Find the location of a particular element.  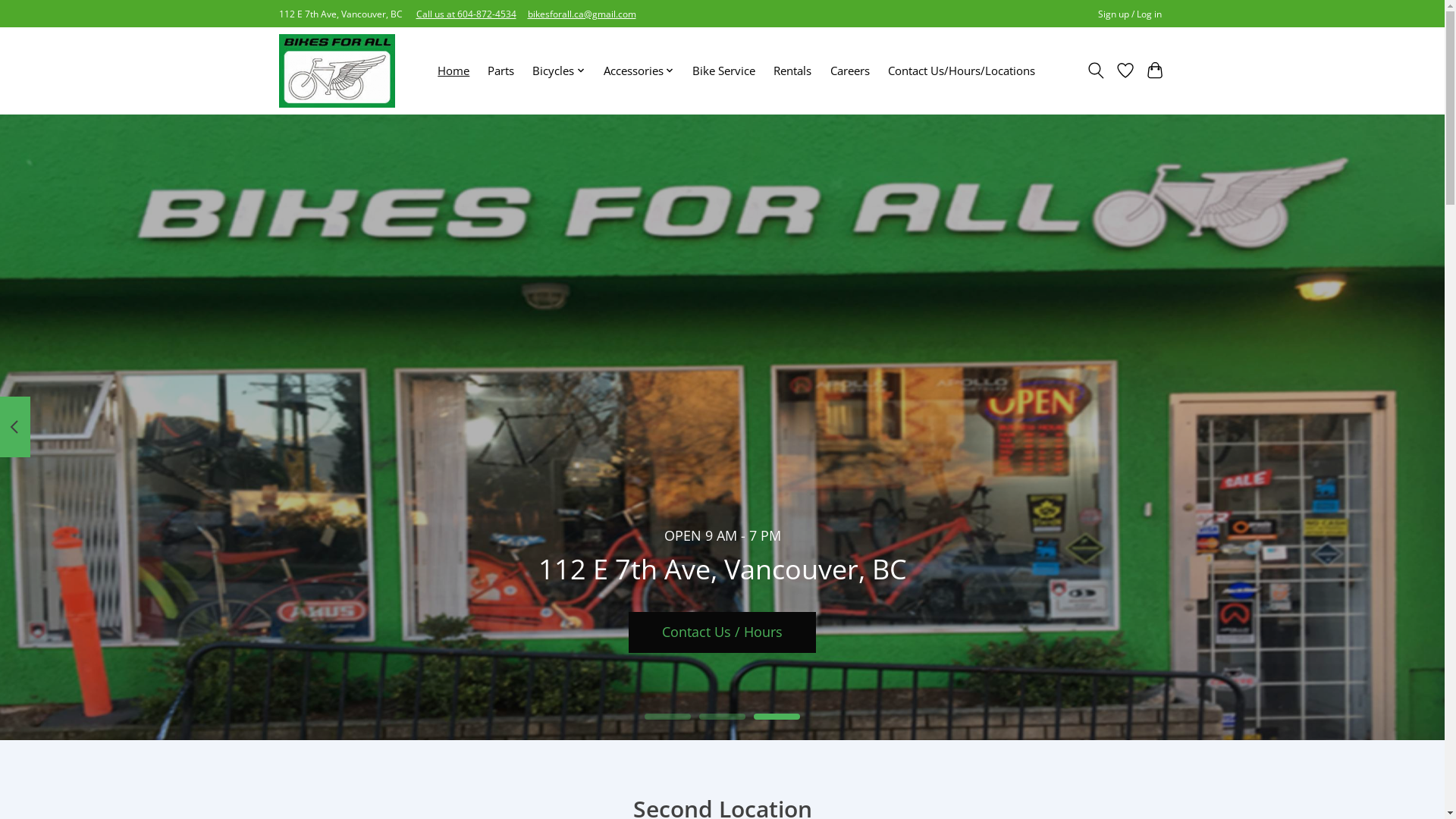

'Bicycles' is located at coordinates (558, 71).